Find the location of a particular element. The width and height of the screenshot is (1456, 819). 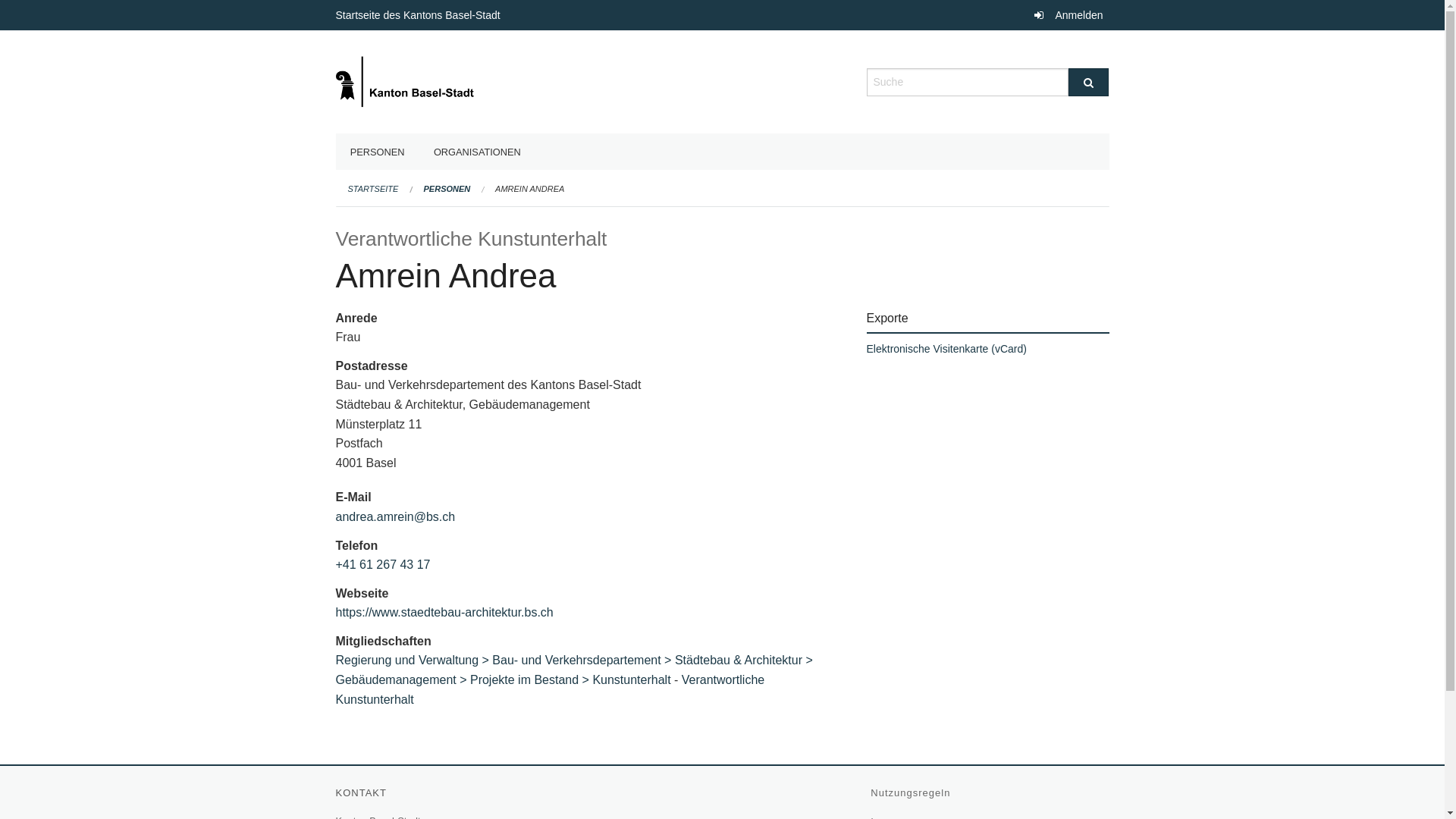

'Anmelden' is located at coordinates (1066, 14).